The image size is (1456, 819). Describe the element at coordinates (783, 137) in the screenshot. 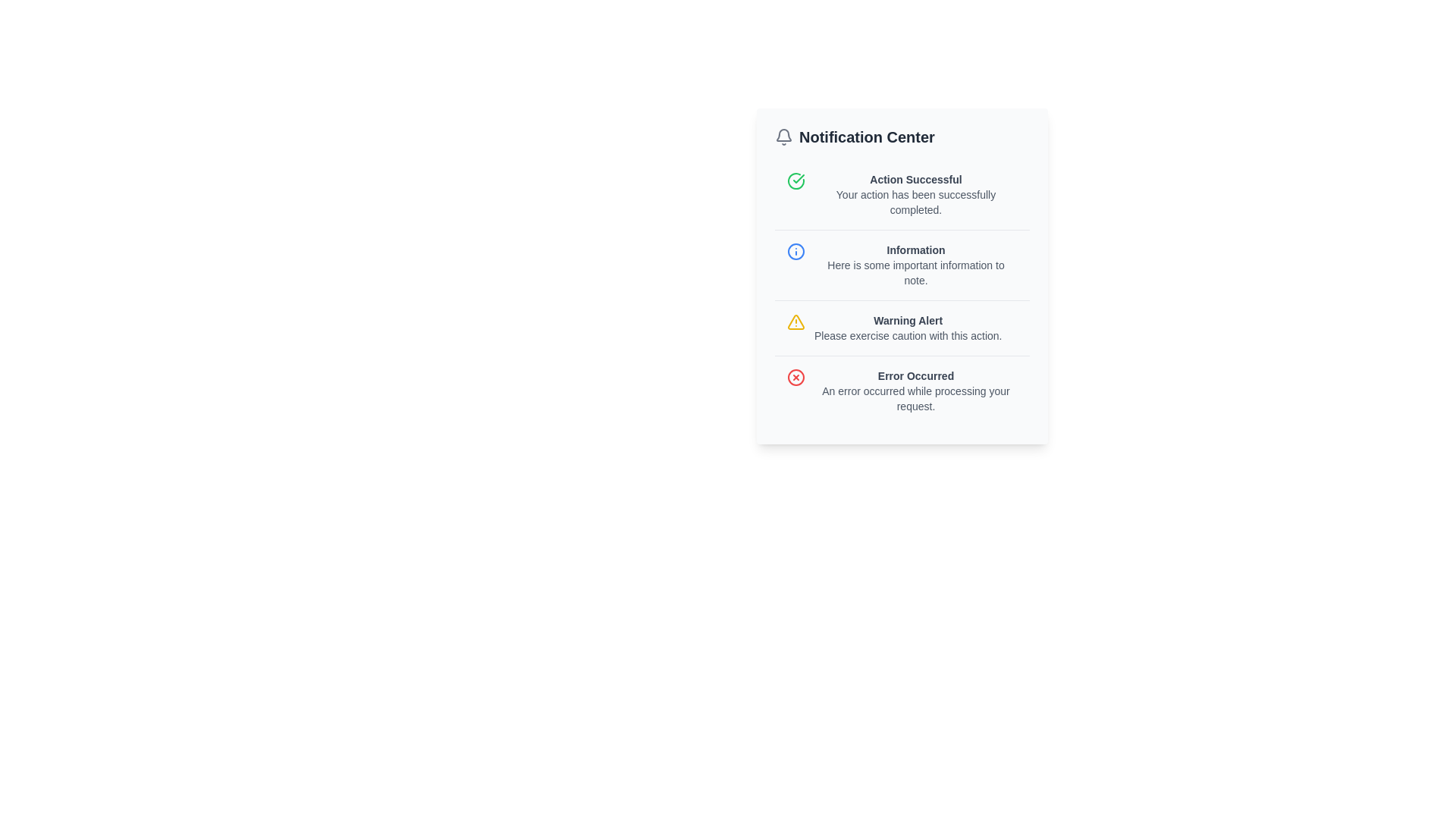

I see `the simplified gray bell icon located at the top-left corner of the 'Notification Center', which is the first item before the text 'Notification Center'` at that location.